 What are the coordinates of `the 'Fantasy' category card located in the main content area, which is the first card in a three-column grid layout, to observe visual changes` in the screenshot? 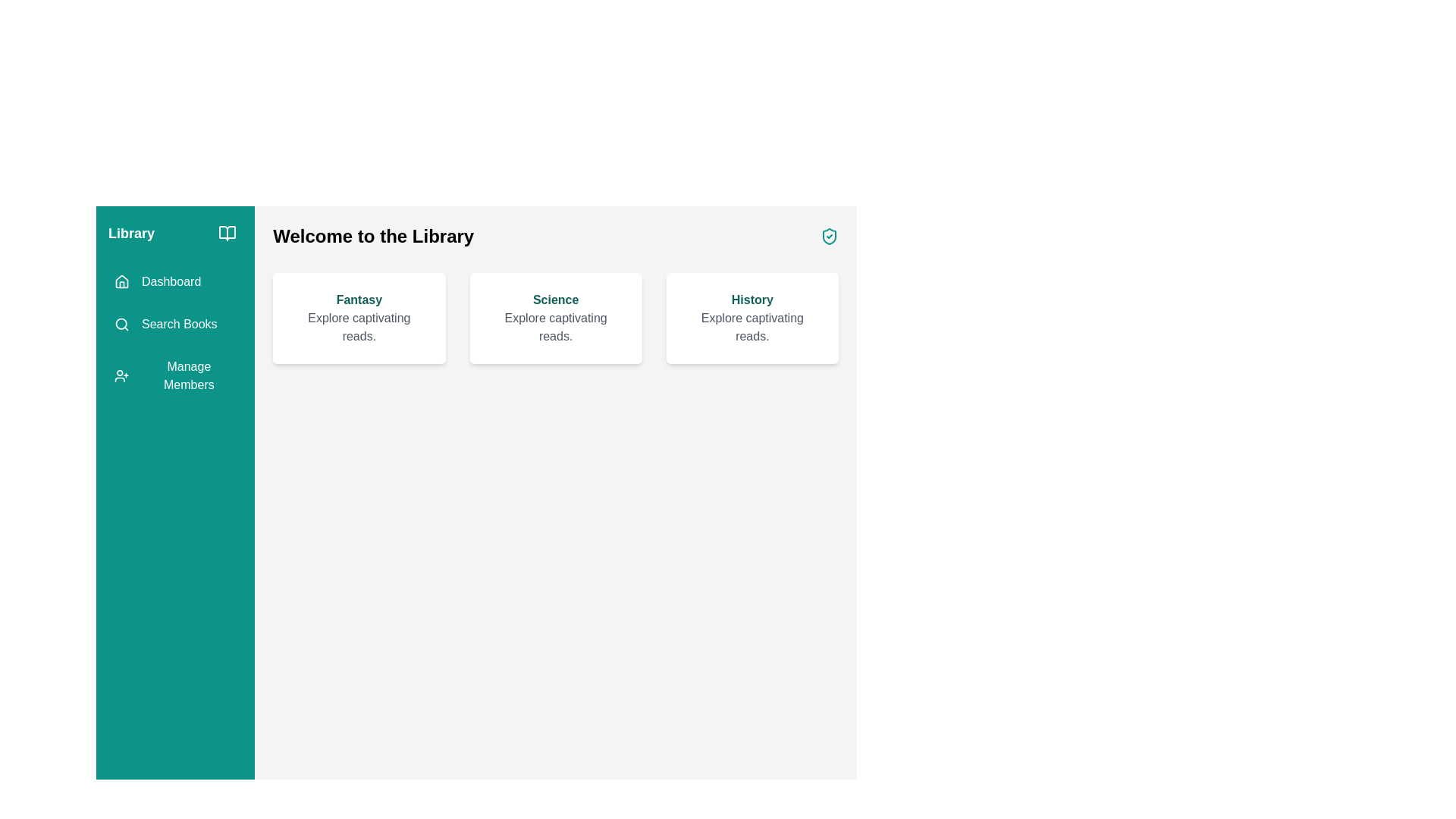 It's located at (358, 318).